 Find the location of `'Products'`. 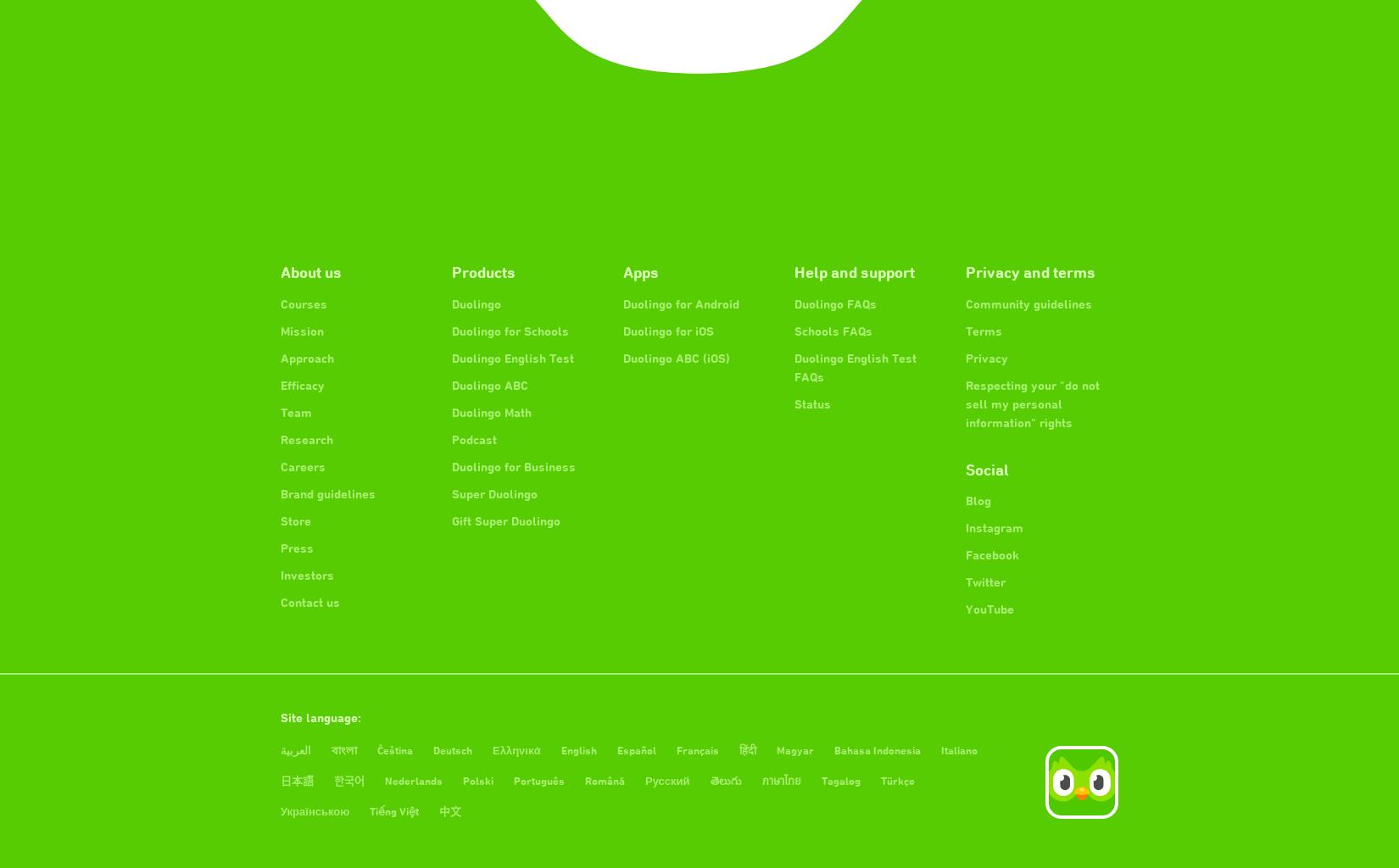

'Products' is located at coordinates (482, 270).